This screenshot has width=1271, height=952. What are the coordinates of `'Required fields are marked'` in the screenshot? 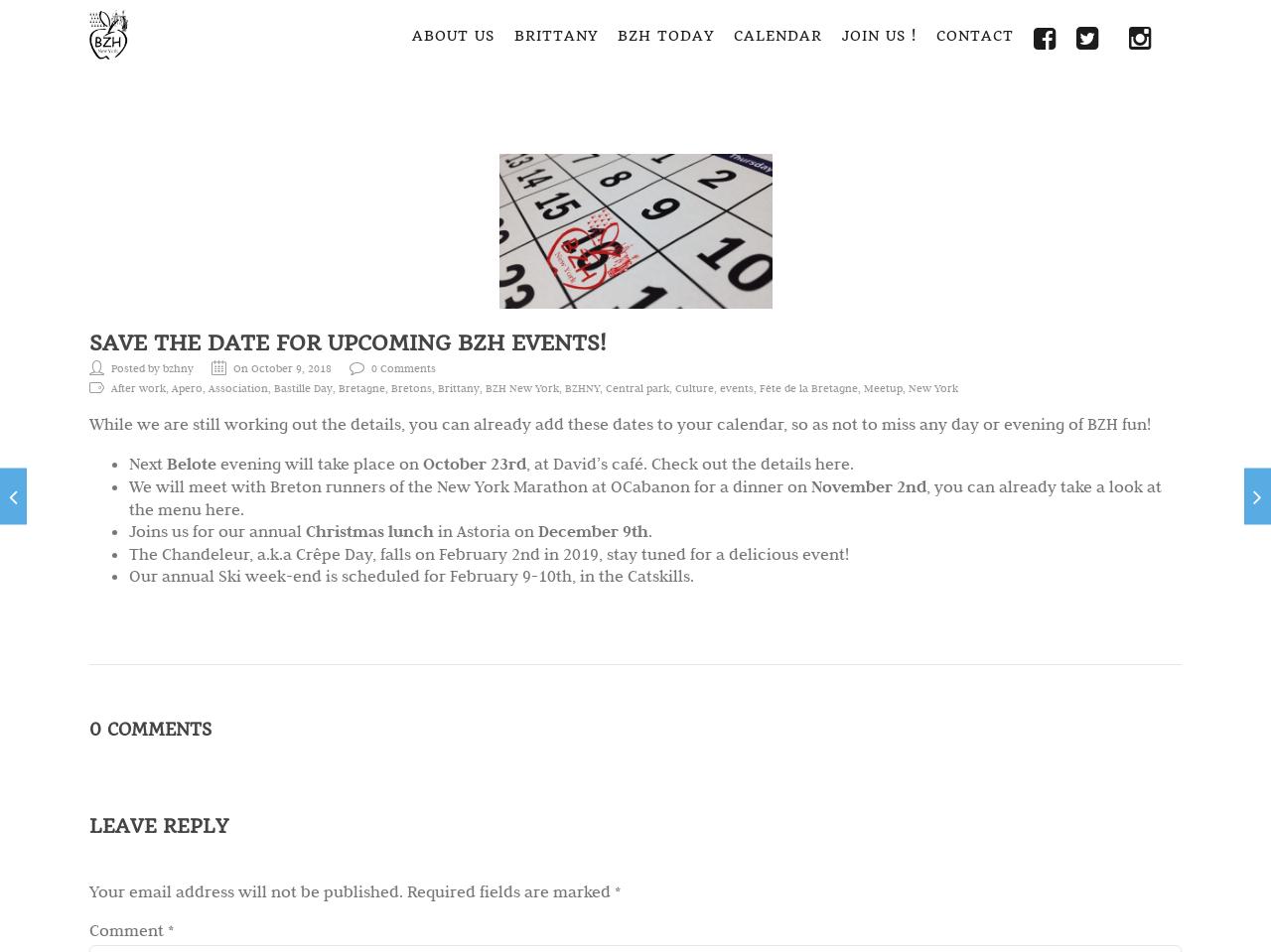 It's located at (510, 889).